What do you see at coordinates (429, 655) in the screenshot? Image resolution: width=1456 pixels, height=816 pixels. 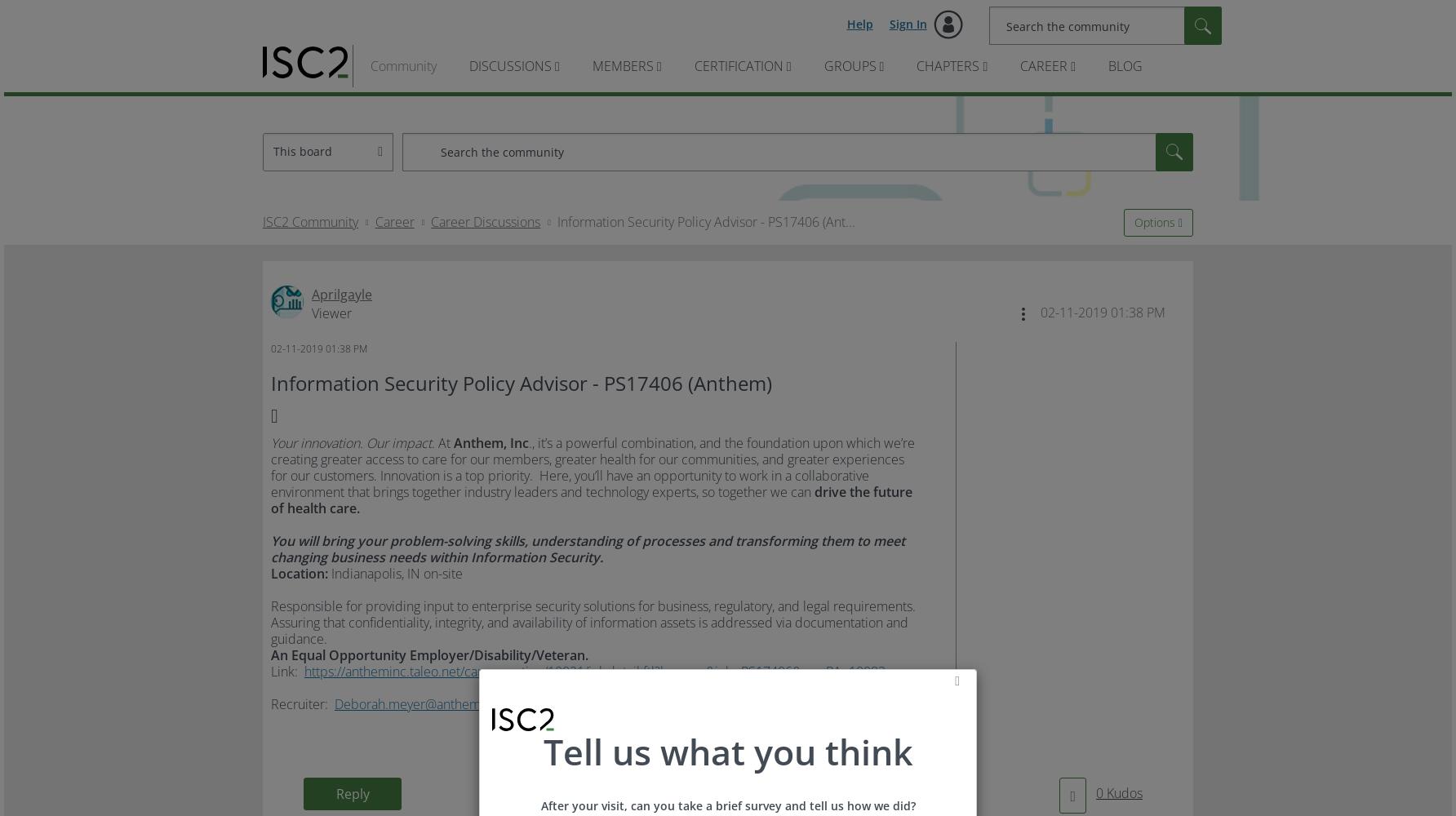 I see `'An Equal Opportunity Employer/Disability/Veteran.'` at bounding box center [429, 655].